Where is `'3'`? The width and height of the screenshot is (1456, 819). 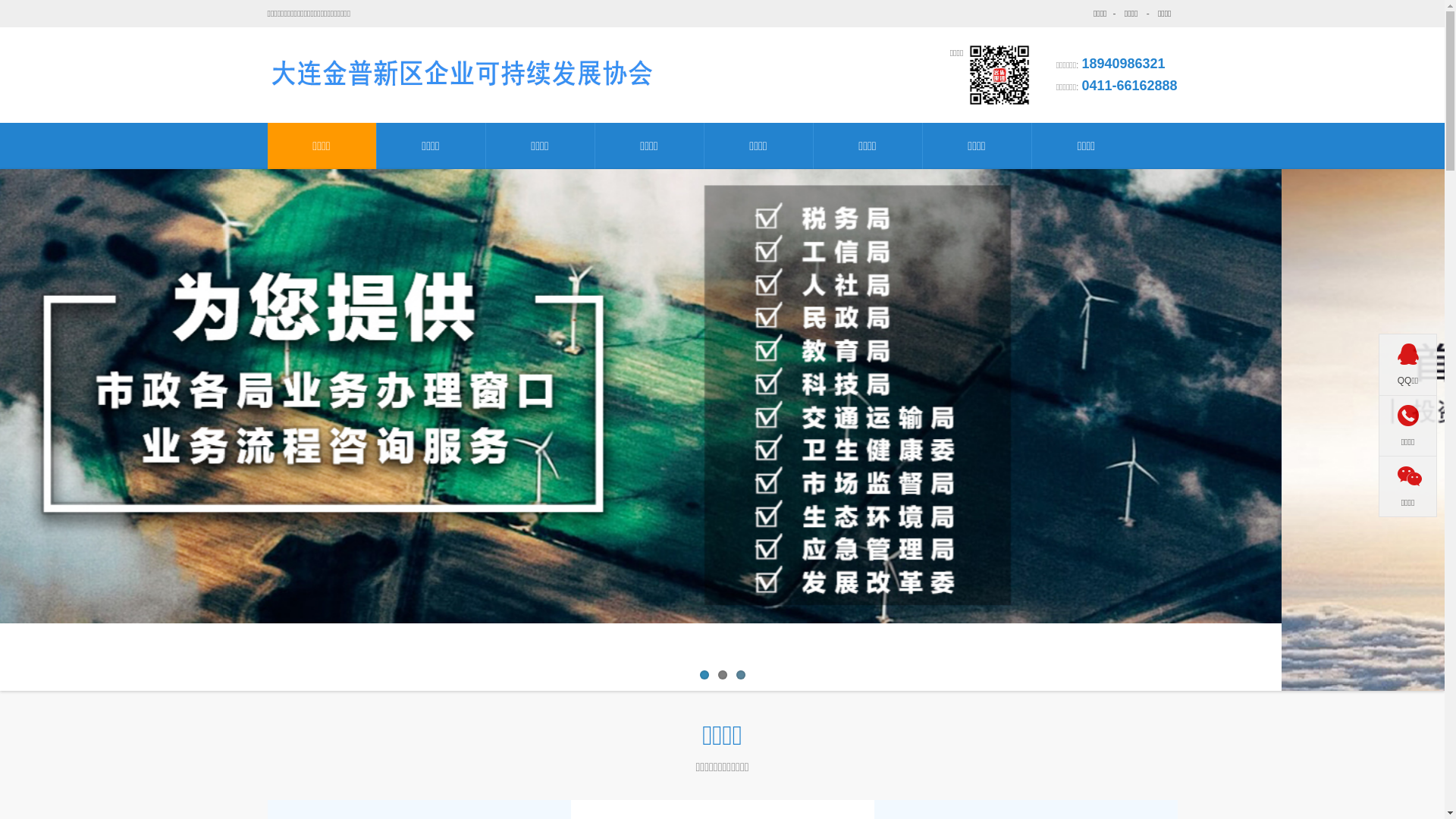 '3' is located at coordinates (739, 674).